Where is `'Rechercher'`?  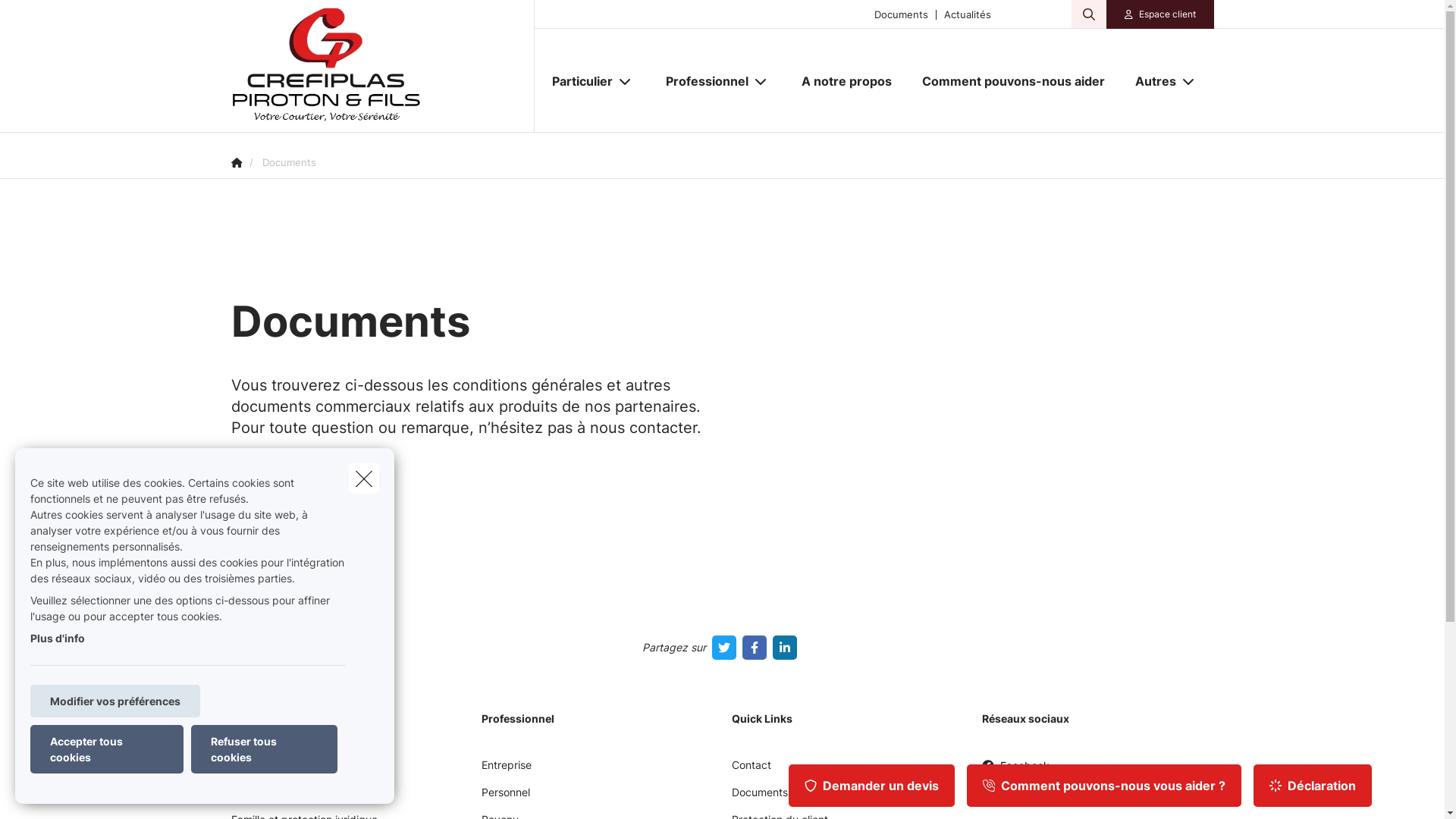 'Rechercher' is located at coordinates (0, 17).